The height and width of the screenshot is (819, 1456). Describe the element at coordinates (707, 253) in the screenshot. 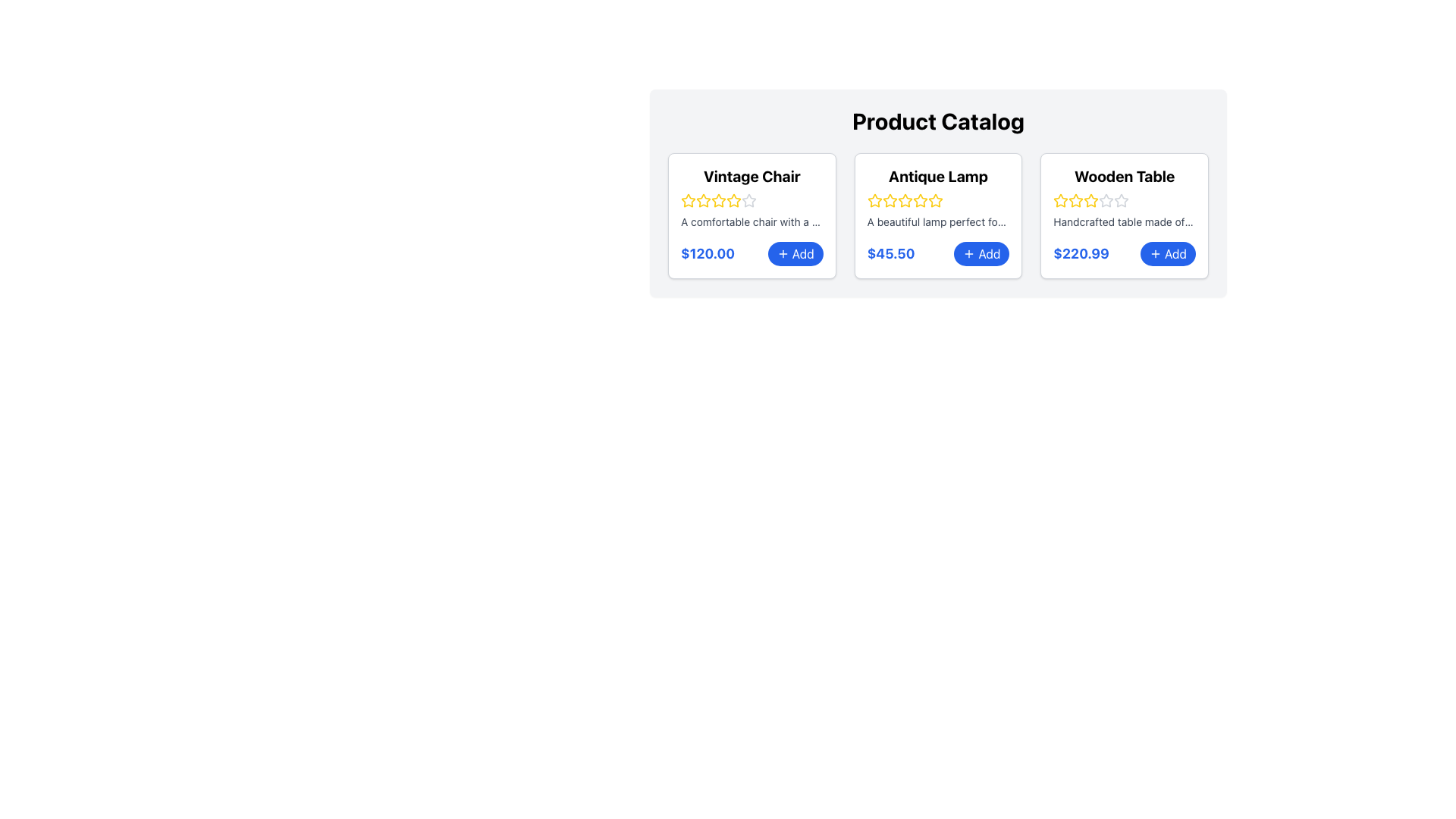

I see `the price label displaying '$120.00' in bold blue font located at the bottom left of the first product card ('Vintage Chair')` at that location.